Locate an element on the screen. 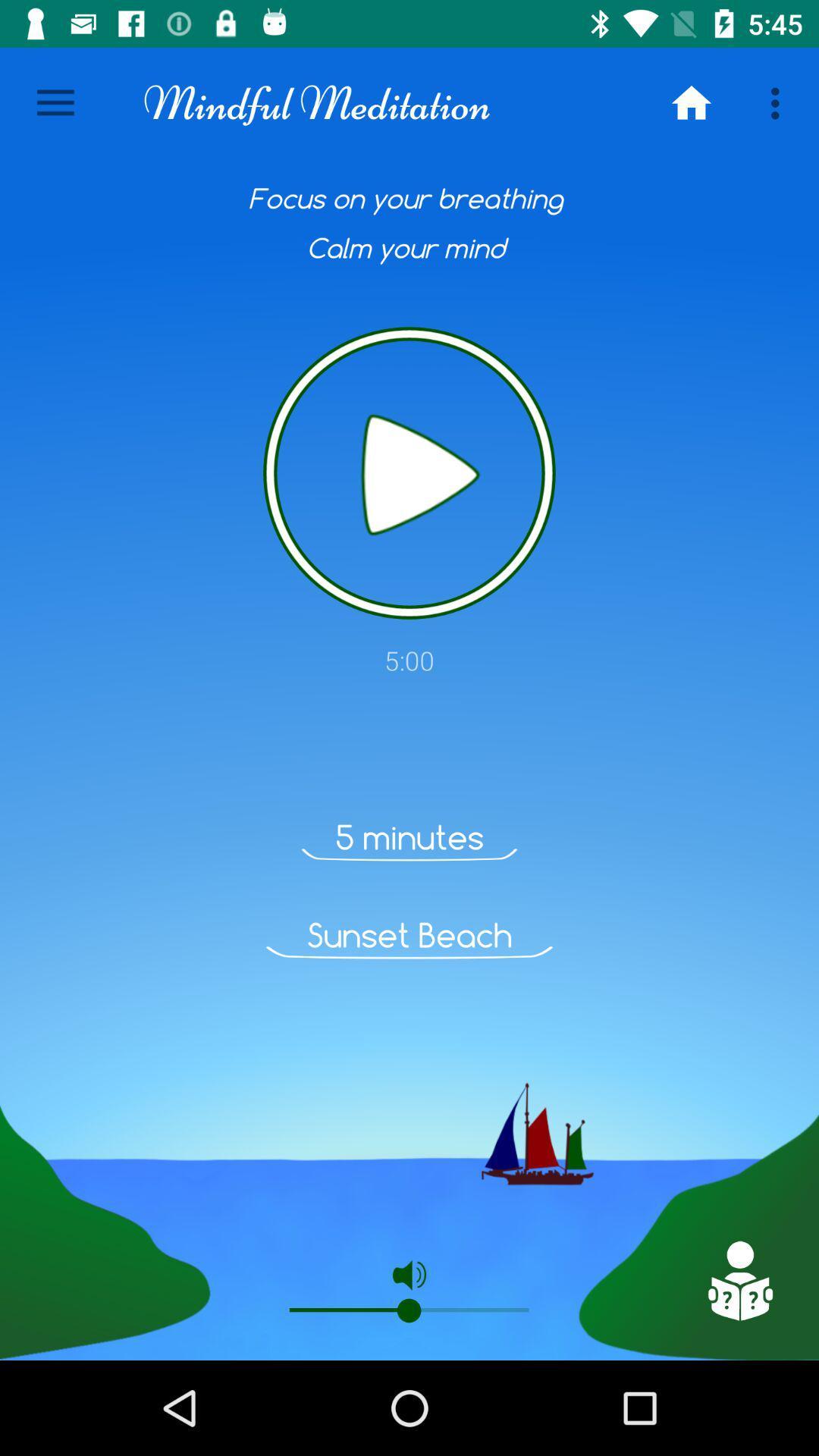 This screenshot has width=819, height=1456. play is located at coordinates (409, 472).